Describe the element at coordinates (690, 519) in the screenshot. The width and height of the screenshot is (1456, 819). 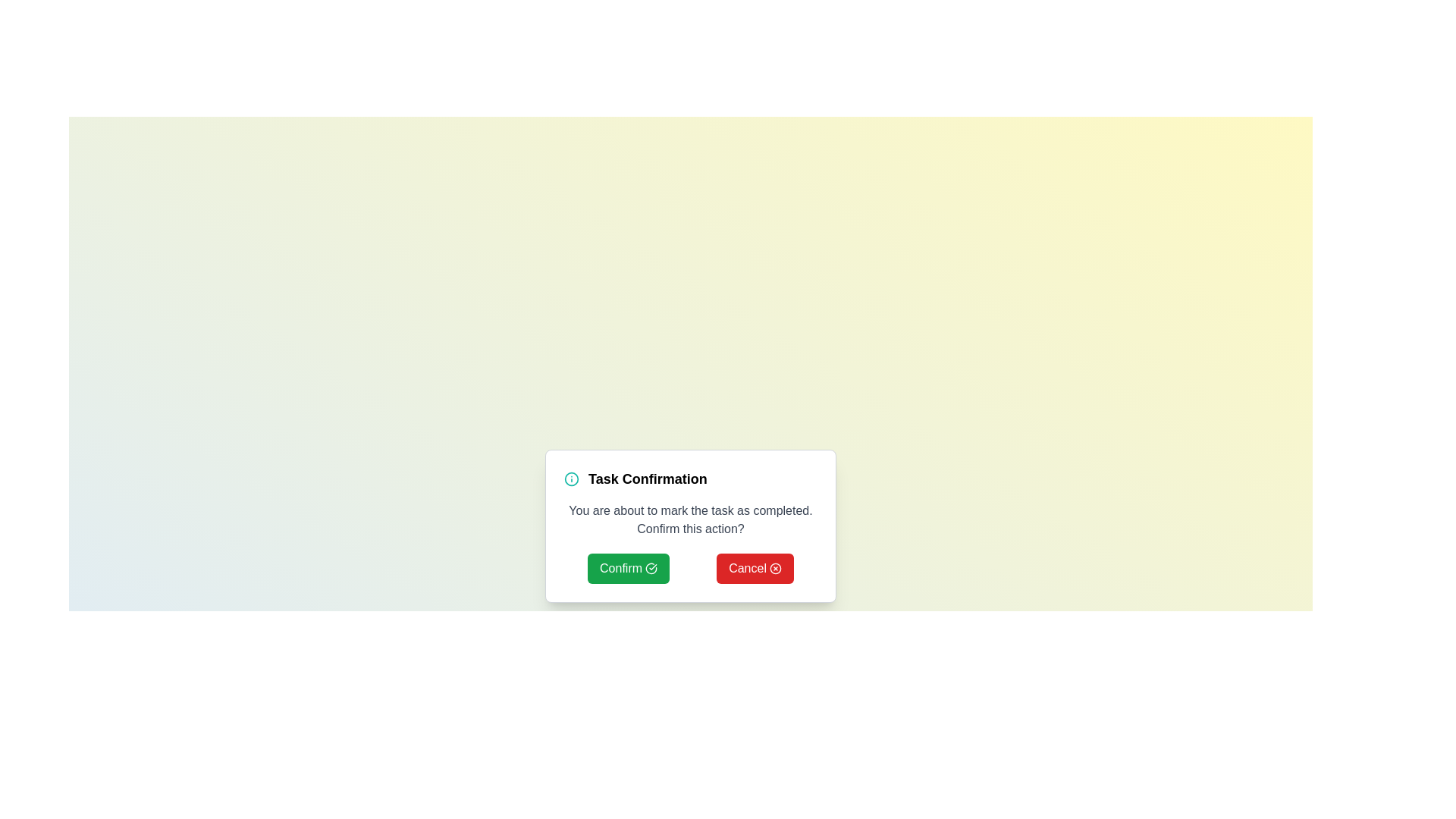
I see `static text located in the center of the modal dialog, which informs the user about the consequences of their actions and seeks to confirm their intent to proceed` at that location.